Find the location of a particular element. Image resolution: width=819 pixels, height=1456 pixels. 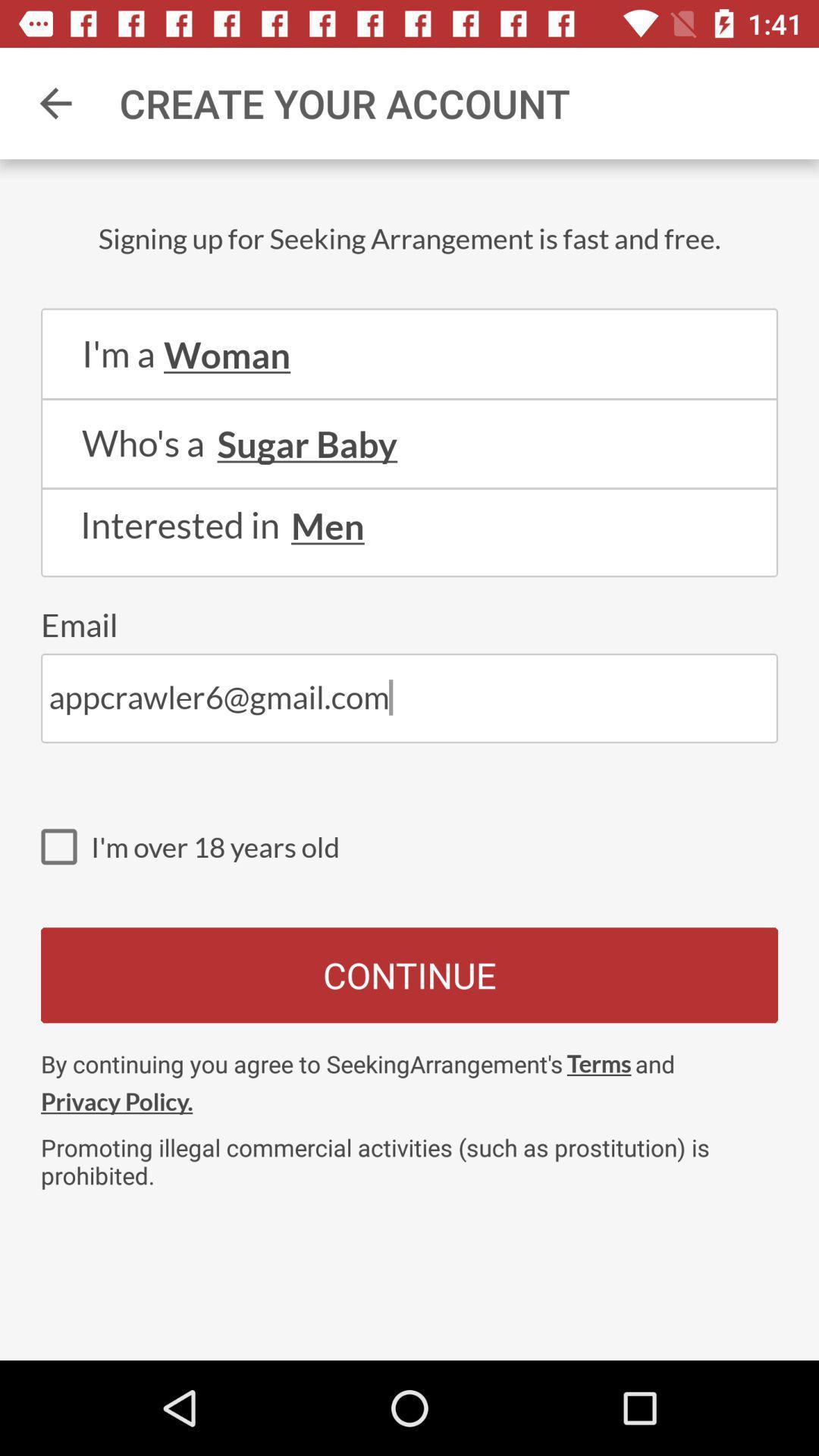

by continuing you item is located at coordinates (302, 1062).